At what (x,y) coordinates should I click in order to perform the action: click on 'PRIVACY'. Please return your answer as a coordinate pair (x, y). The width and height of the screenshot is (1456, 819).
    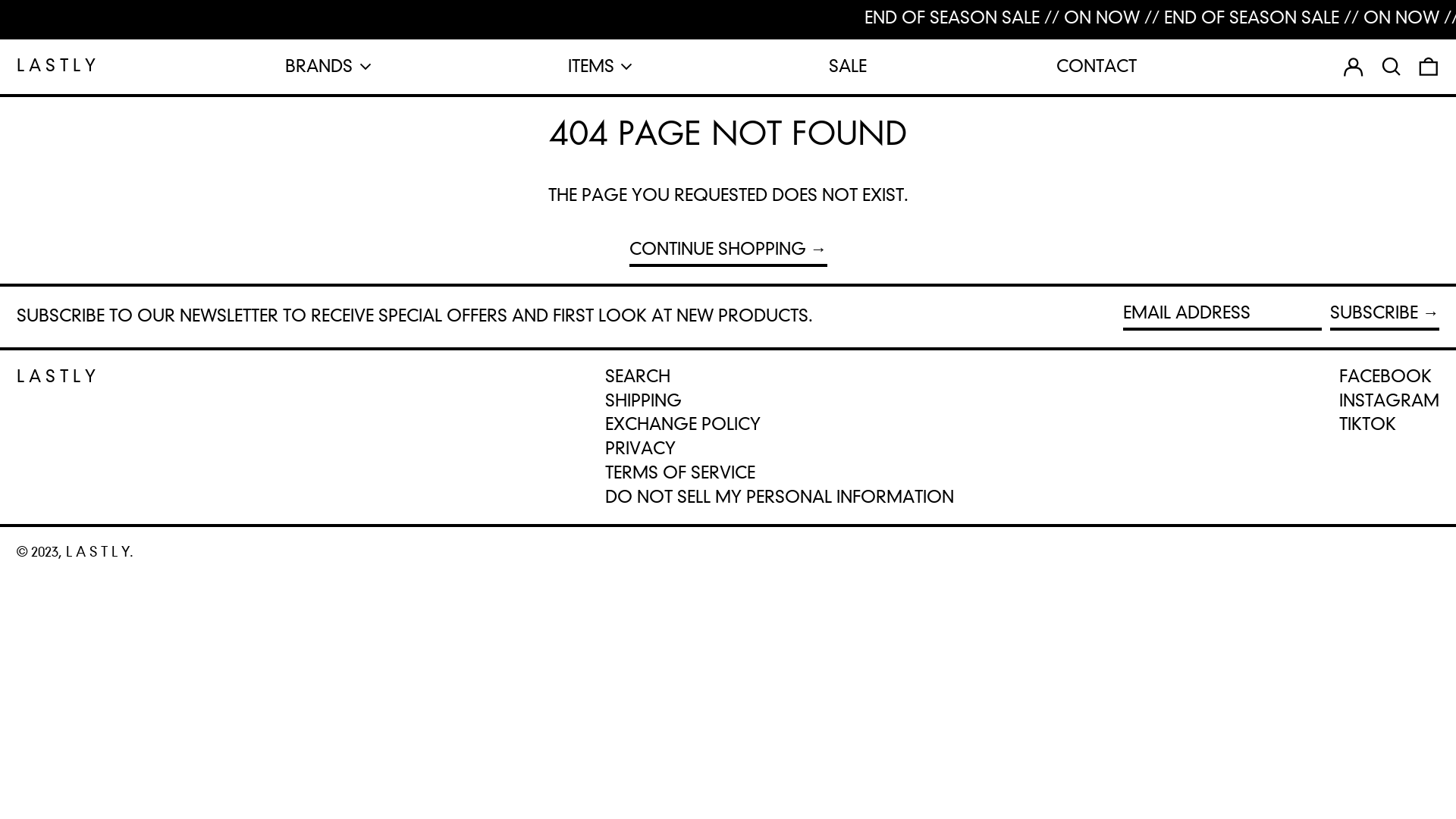
    Looking at the image, I should click on (604, 447).